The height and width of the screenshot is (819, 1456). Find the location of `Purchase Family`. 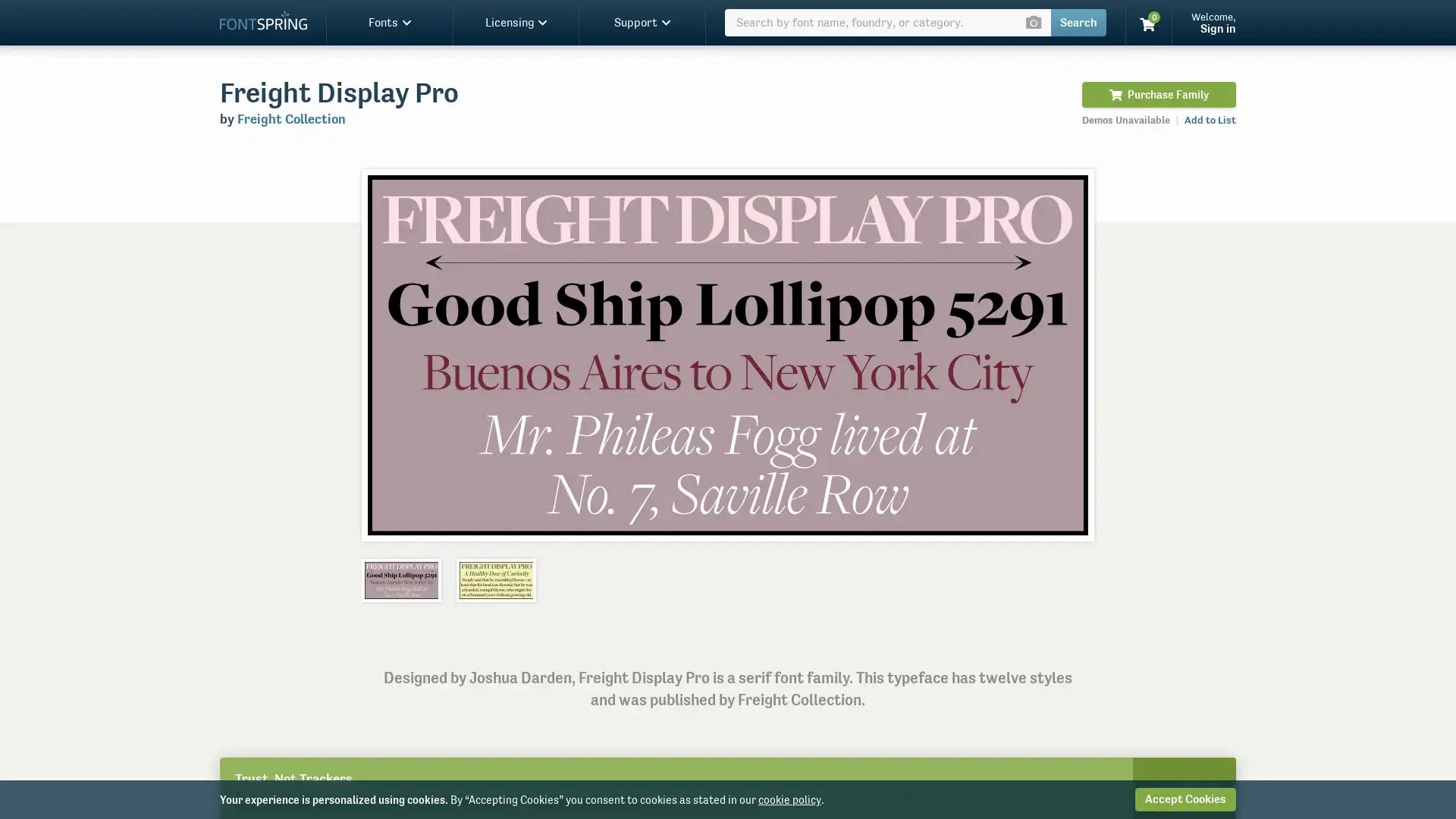

Purchase Family is located at coordinates (1158, 94).